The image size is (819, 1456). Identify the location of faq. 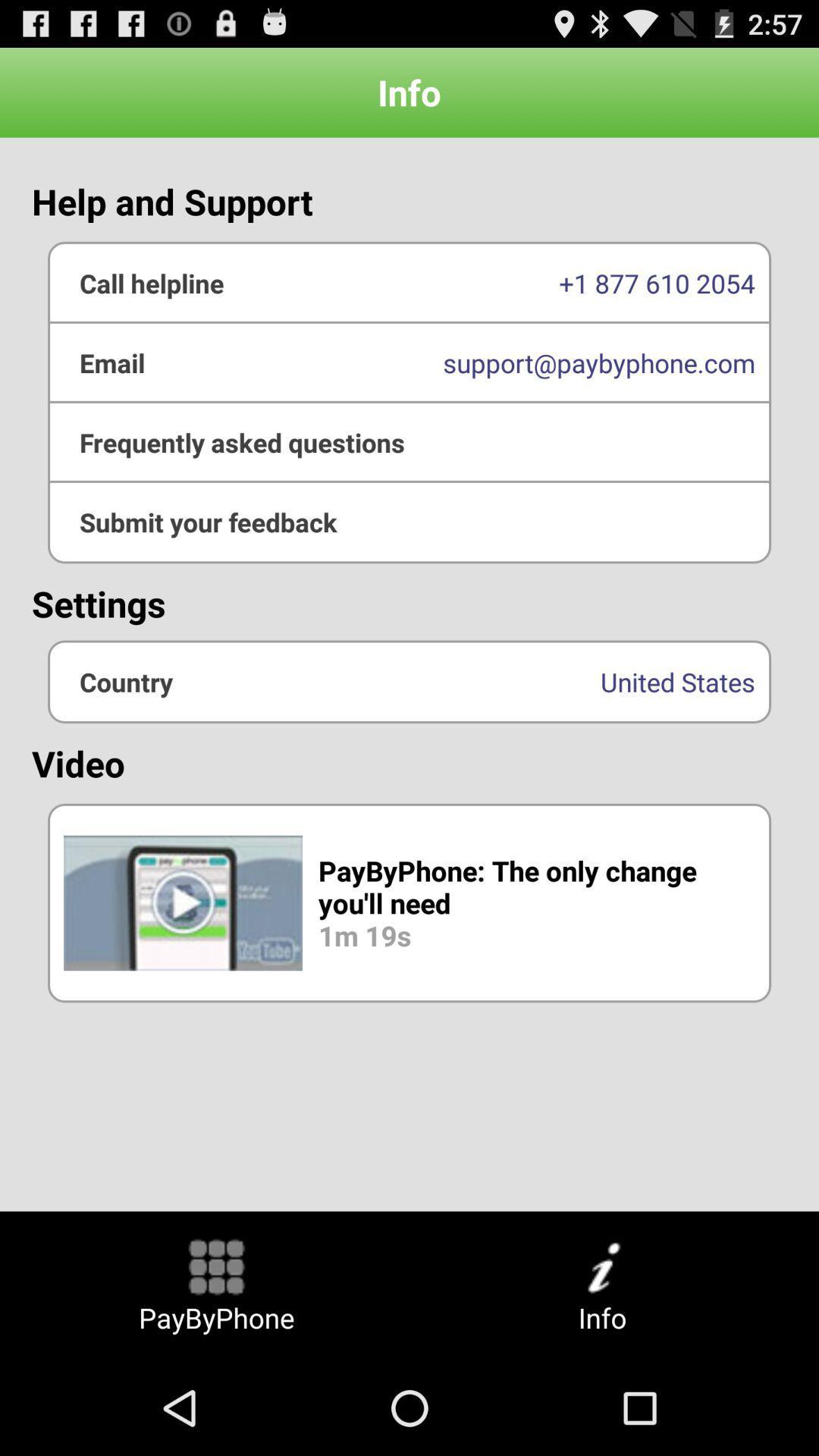
(409, 441).